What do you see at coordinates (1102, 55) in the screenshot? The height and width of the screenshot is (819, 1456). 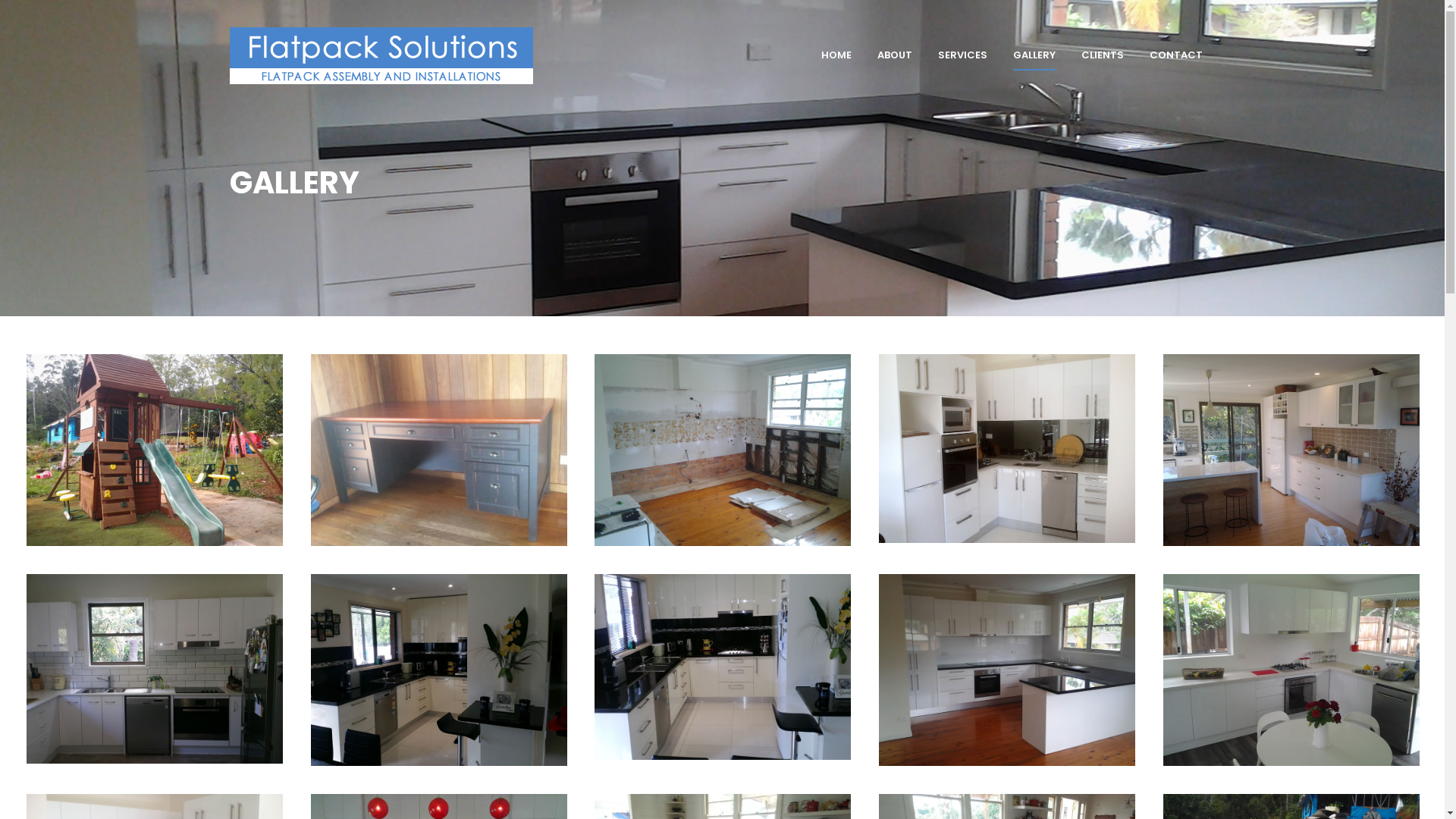 I see `'CLIENTS'` at bounding box center [1102, 55].